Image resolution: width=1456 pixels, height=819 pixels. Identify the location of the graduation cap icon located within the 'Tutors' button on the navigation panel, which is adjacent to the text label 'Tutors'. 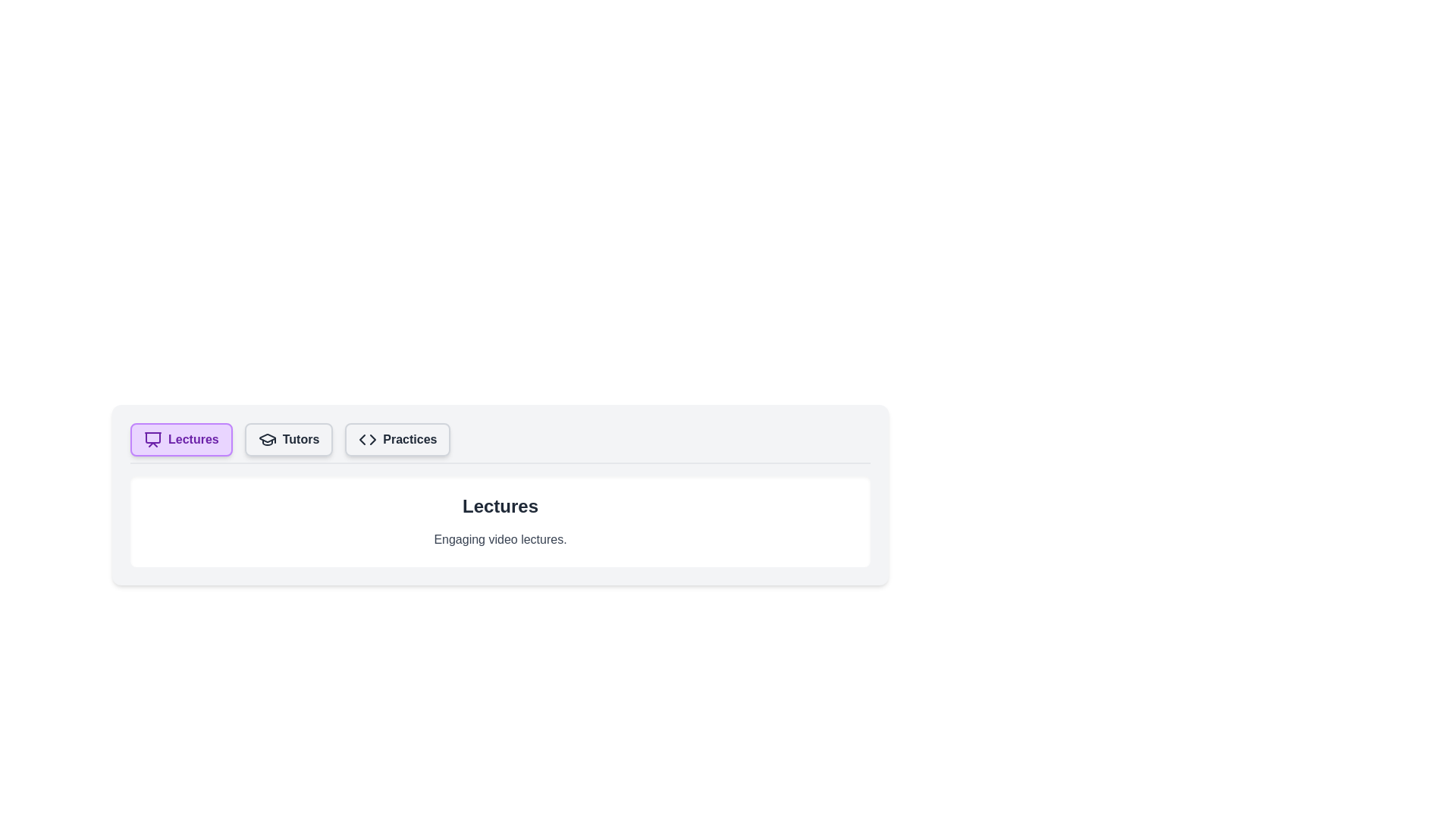
(267, 439).